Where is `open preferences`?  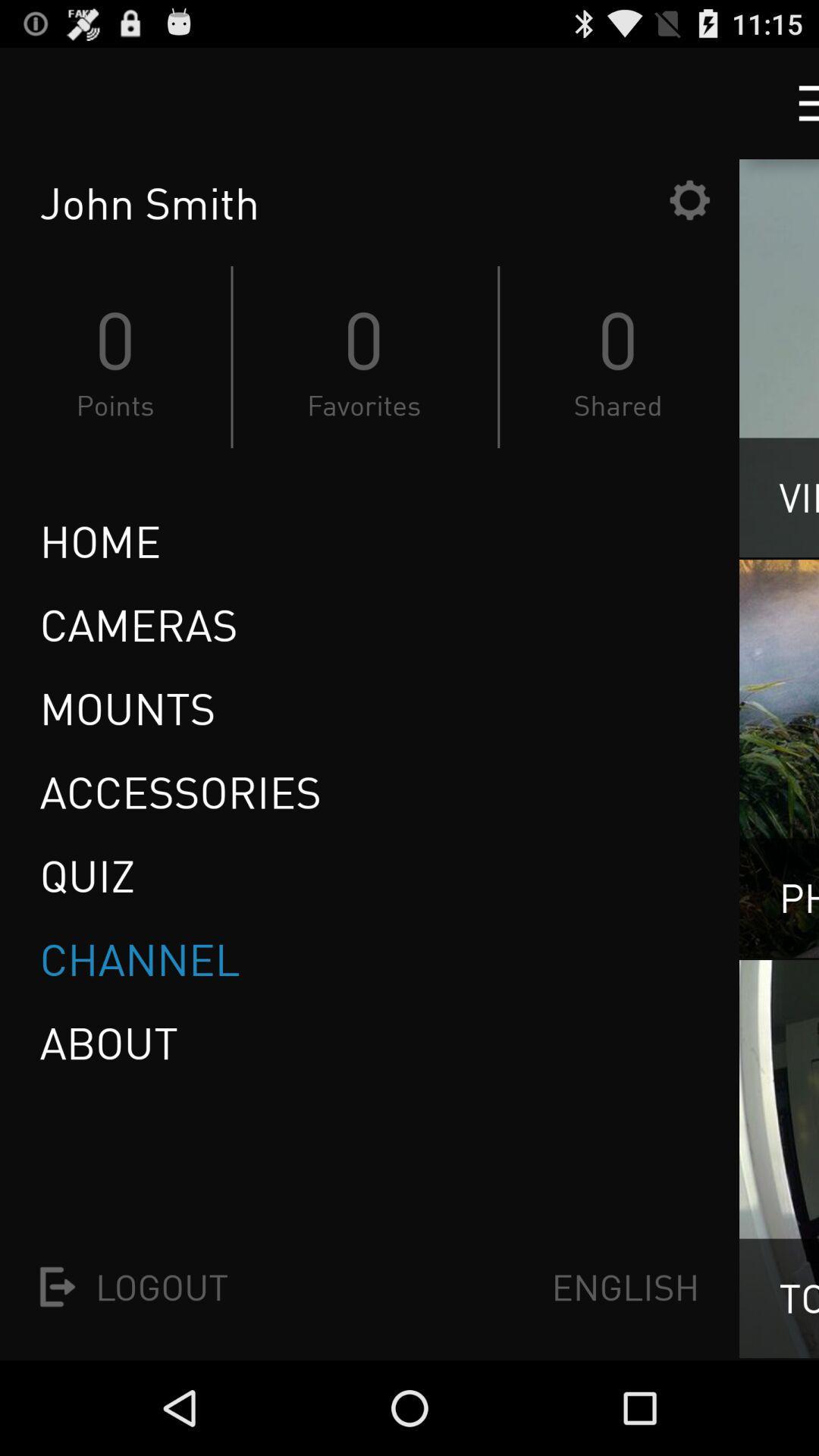
open preferences is located at coordinates (689, 199).